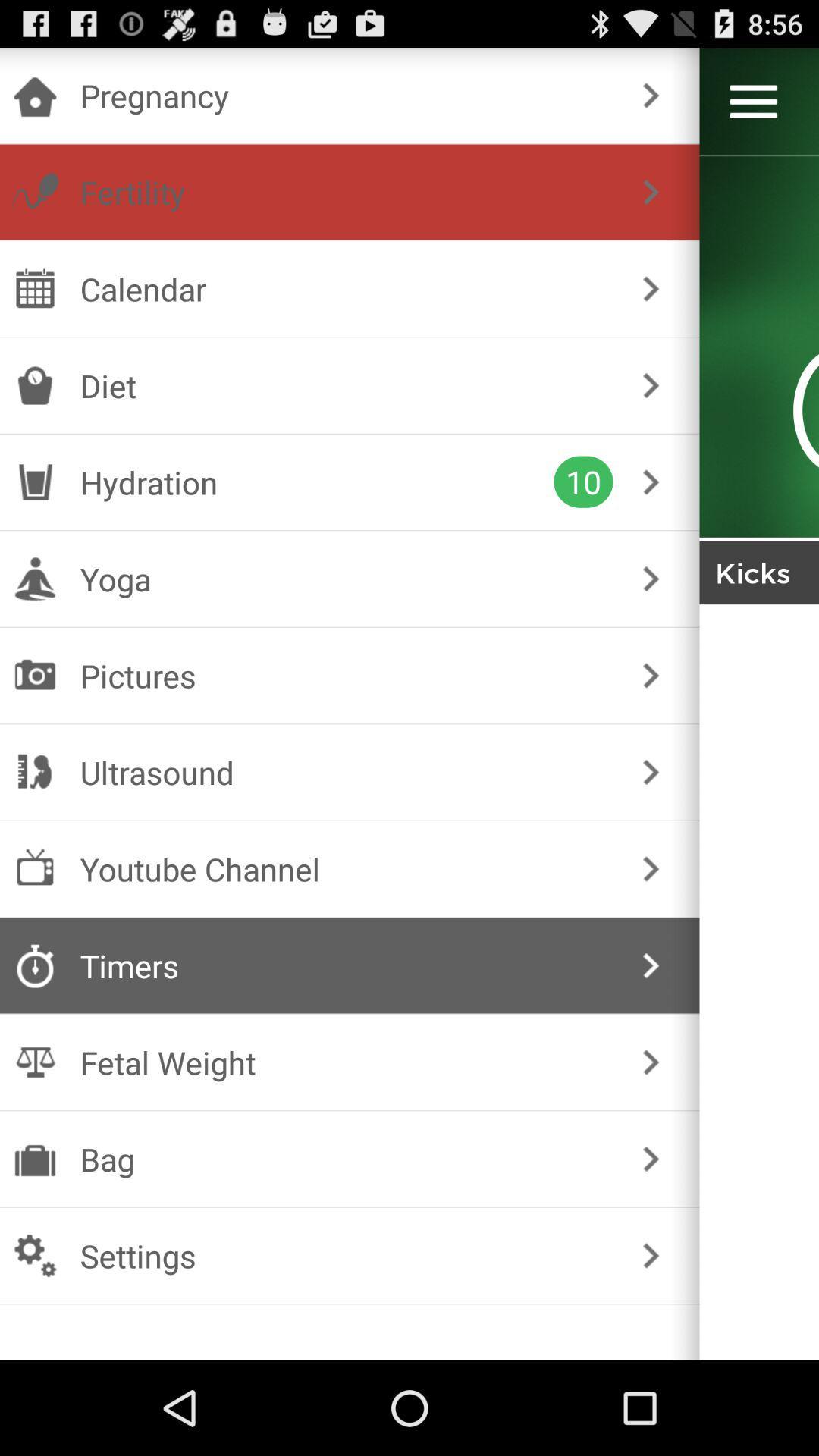  I want to click on the icon which is before ultrasound on the page, so click(34, 772).